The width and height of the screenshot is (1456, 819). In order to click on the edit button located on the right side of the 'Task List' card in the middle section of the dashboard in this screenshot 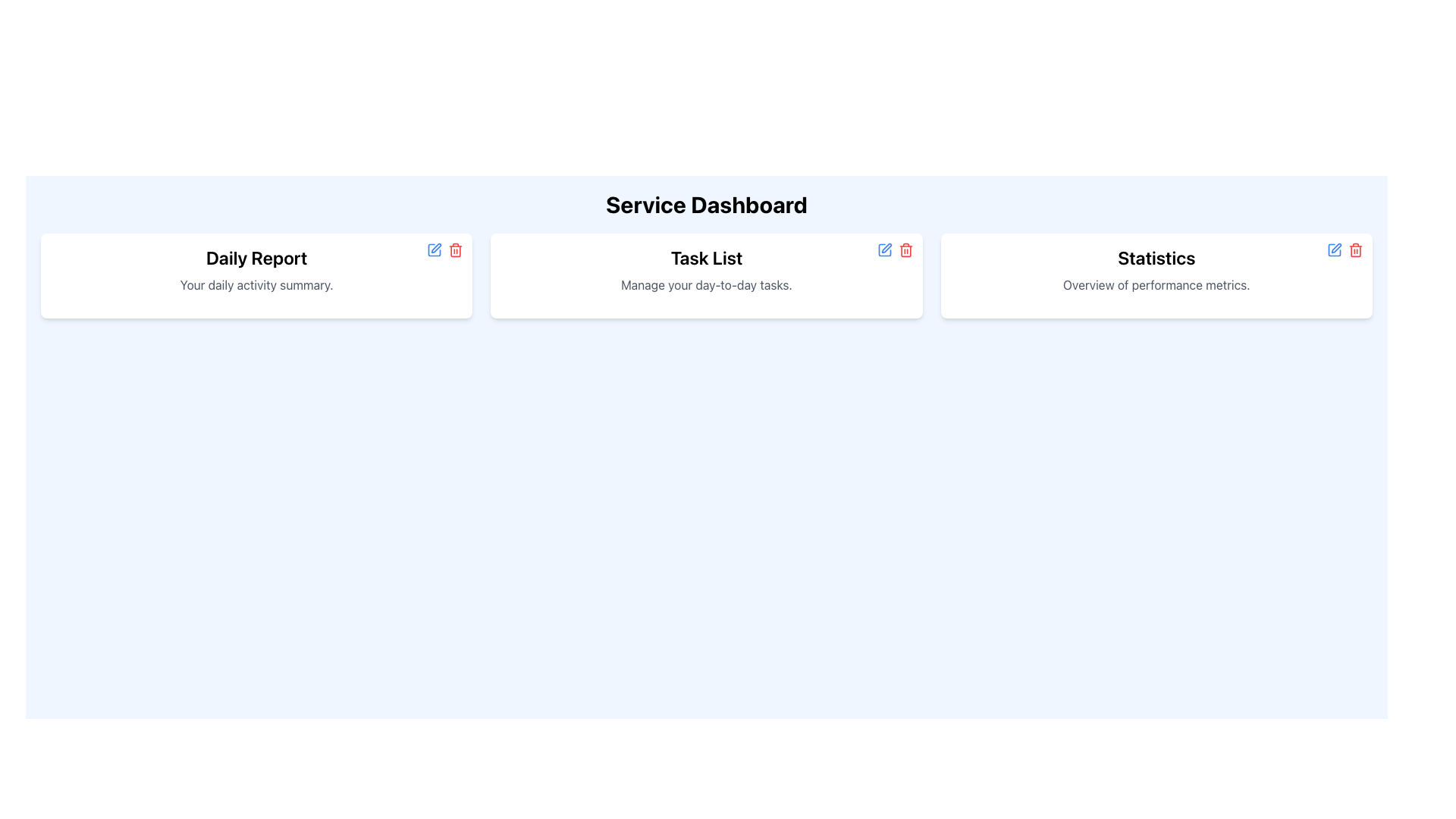, I will do `click(884, 249)`.